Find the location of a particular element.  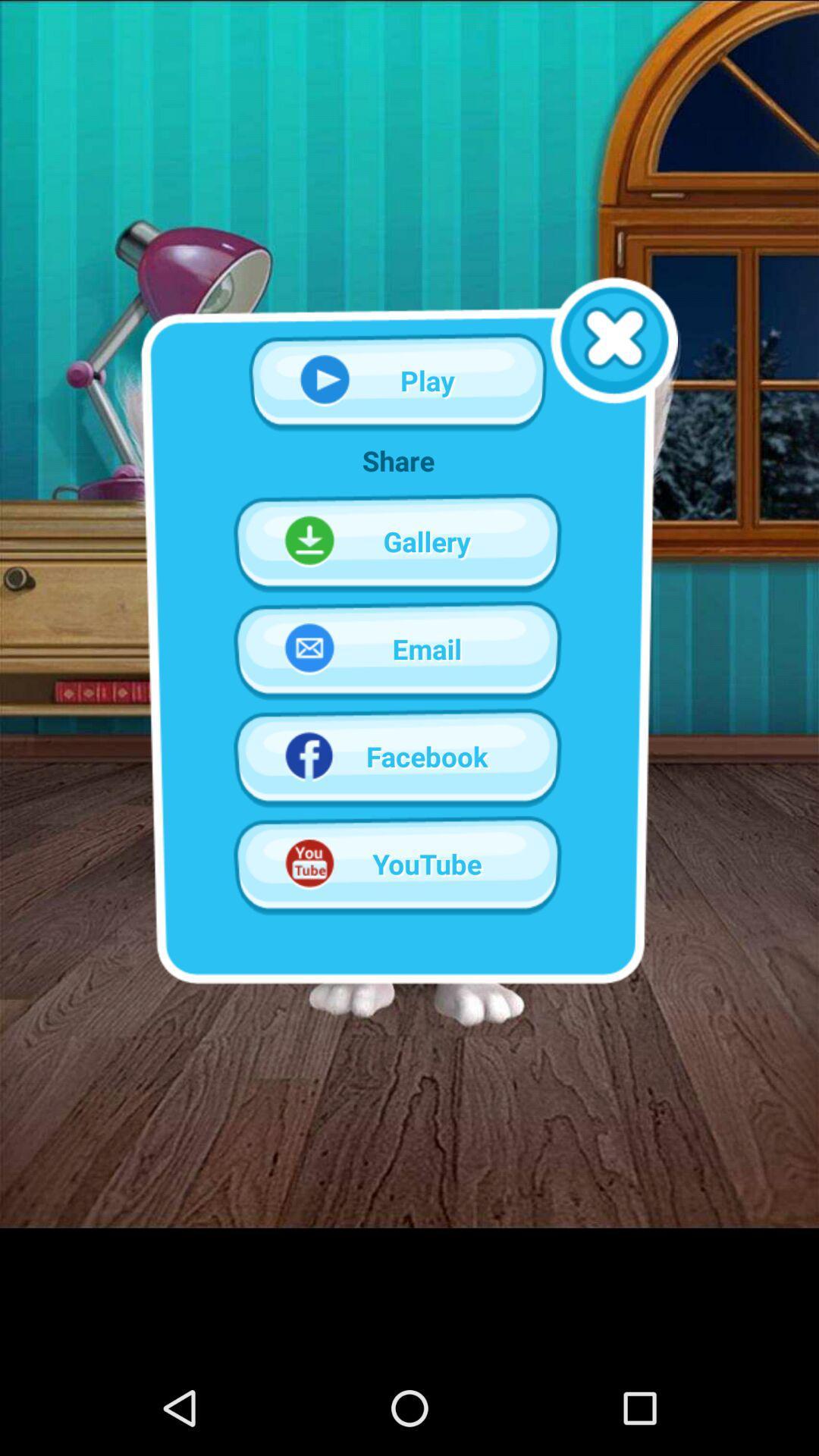

exit is located at coordinates (614, 340).